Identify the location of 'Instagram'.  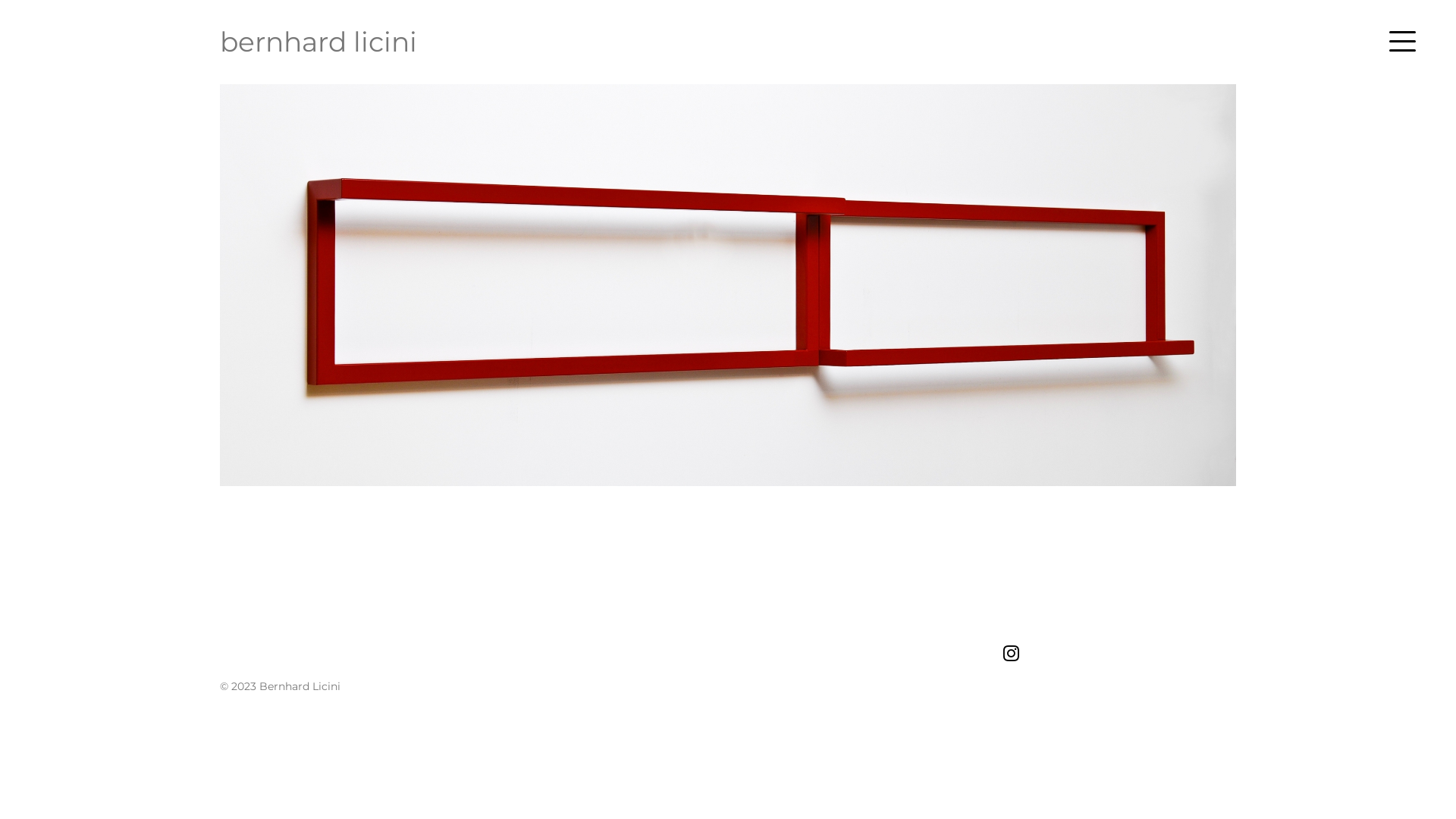
(1010, 651).